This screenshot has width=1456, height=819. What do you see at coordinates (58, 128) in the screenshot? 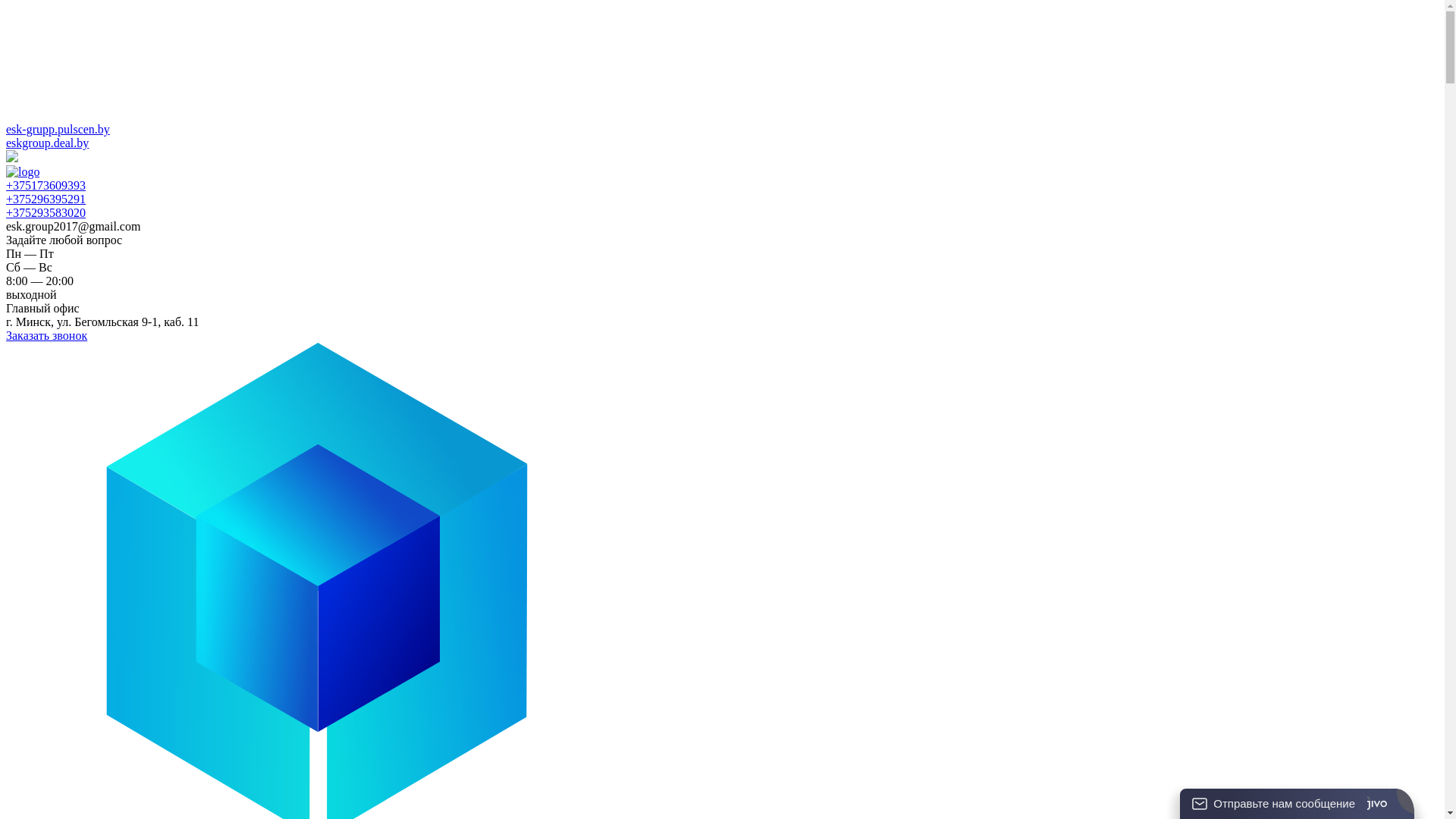
I see `'esk-grupp.pulscen.by'` at bounding box center [58, 128].